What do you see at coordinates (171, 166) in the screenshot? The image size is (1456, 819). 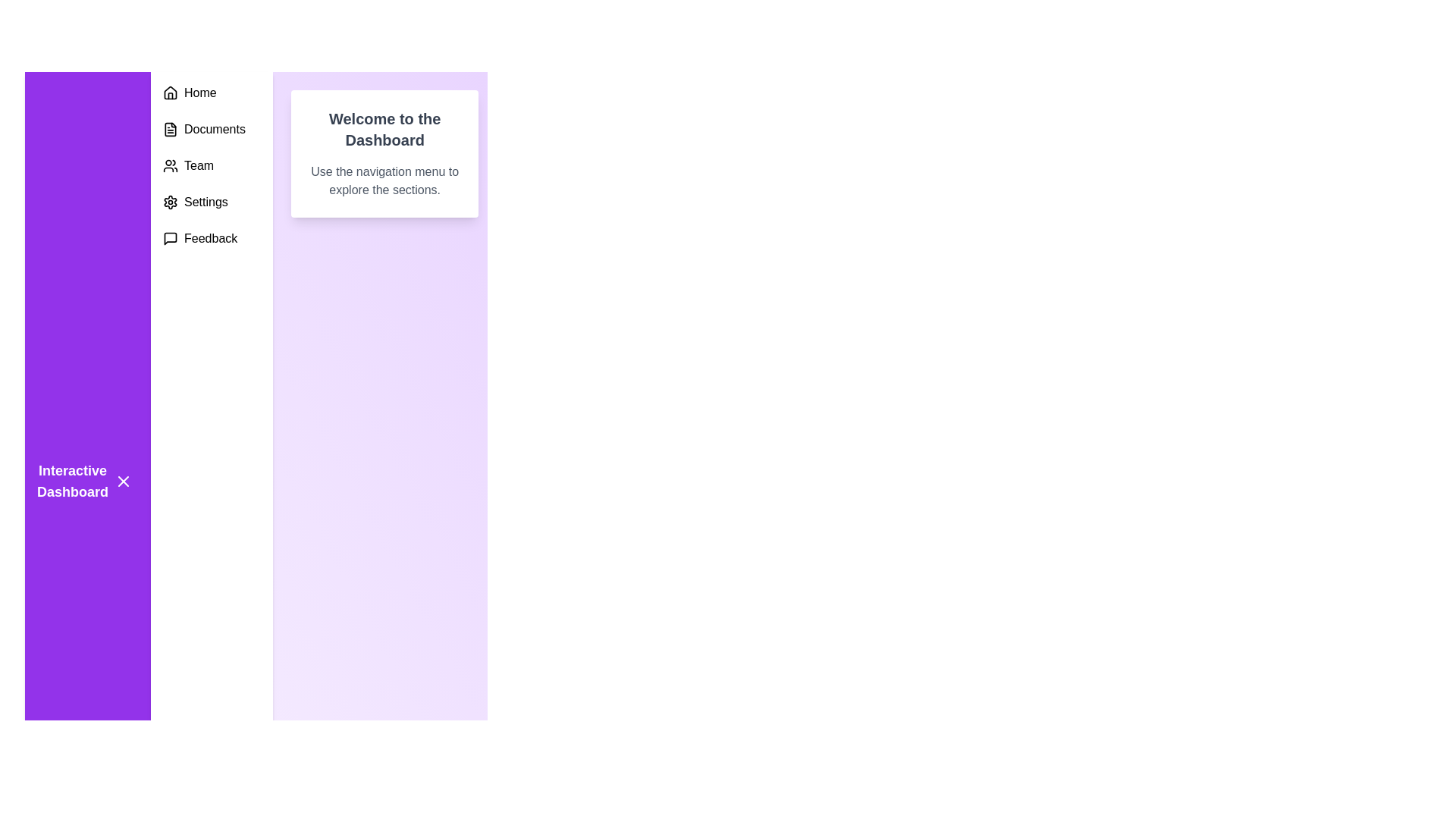 I see `the compact icon representing a group of users located within the 'Team' menu option` at bounding box center [171, 166].